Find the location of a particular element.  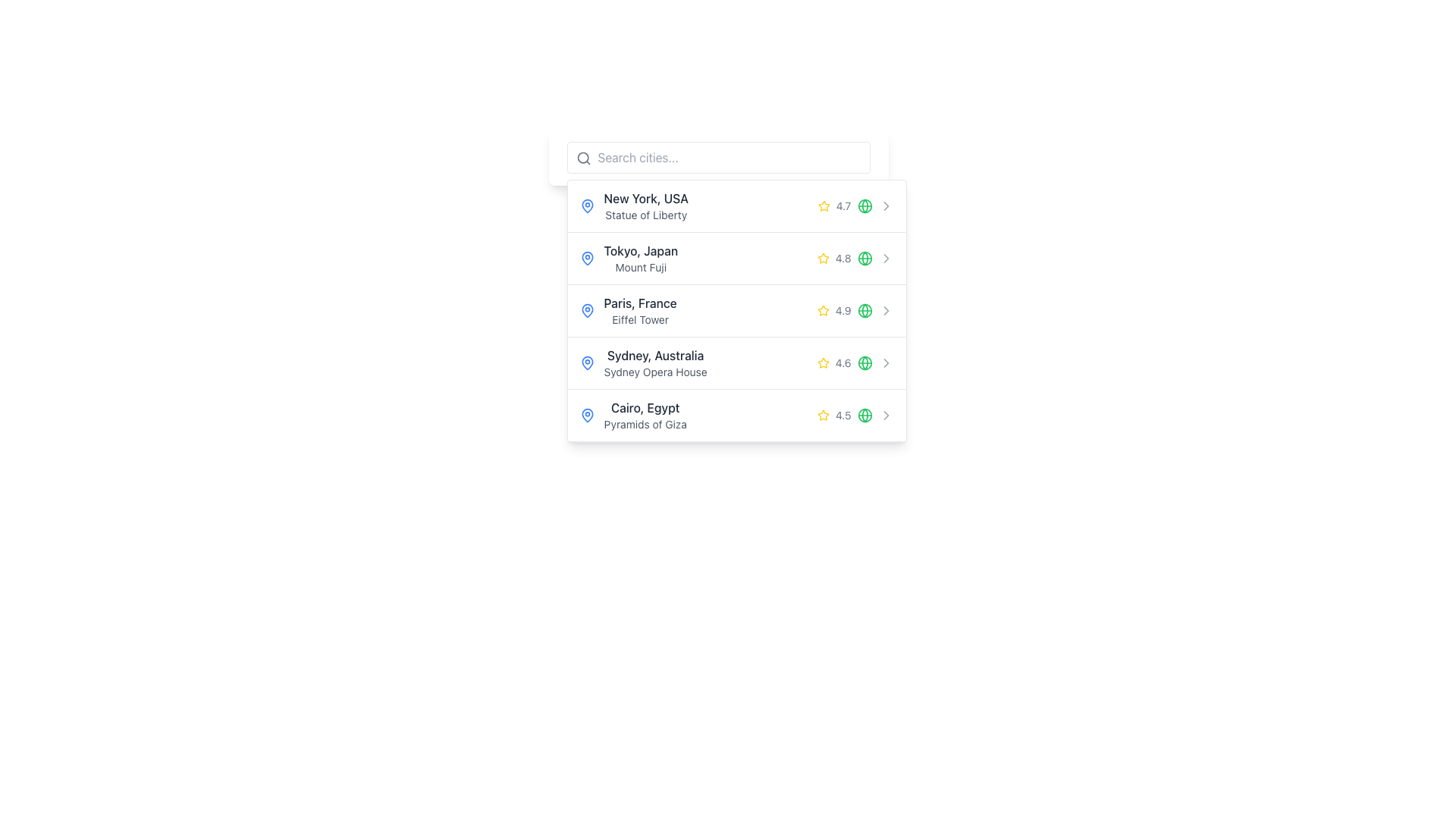

the first selectable item in the location list representing 'New York, USA - Statue of Liberty' is located at coordinates (736, 206).